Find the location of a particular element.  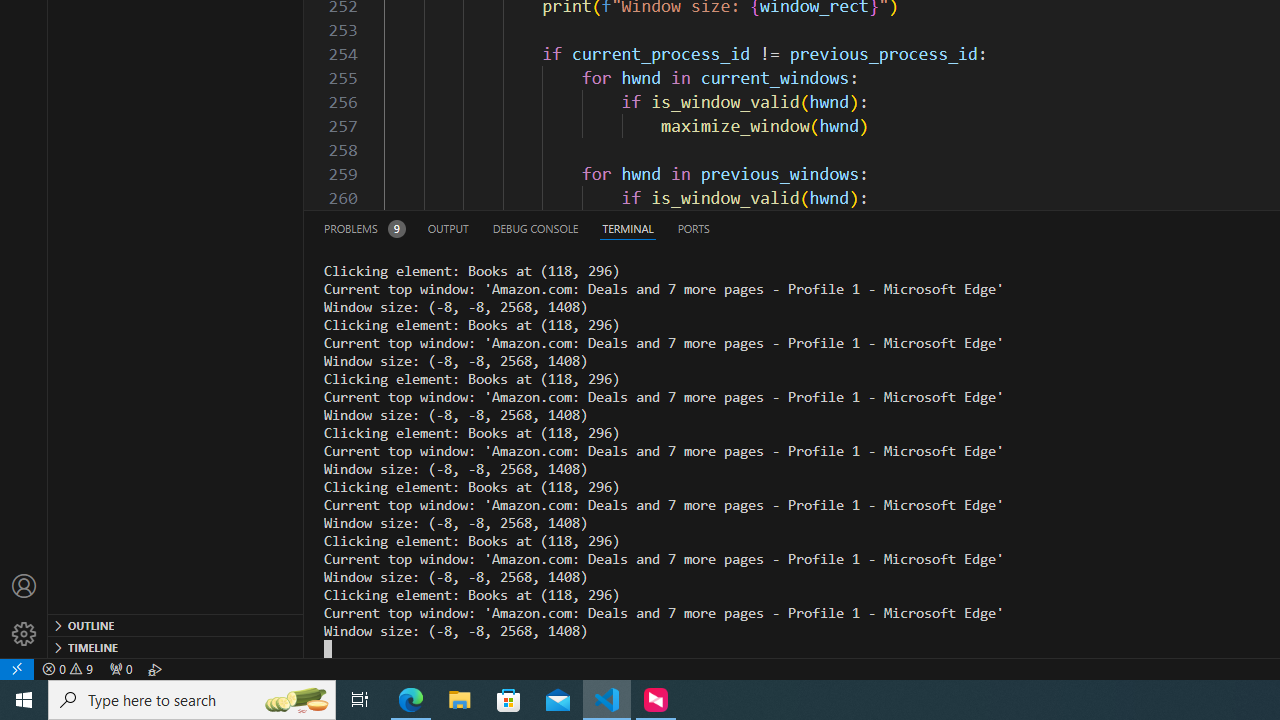

'Accounts' is located at coordinates (24, 585).